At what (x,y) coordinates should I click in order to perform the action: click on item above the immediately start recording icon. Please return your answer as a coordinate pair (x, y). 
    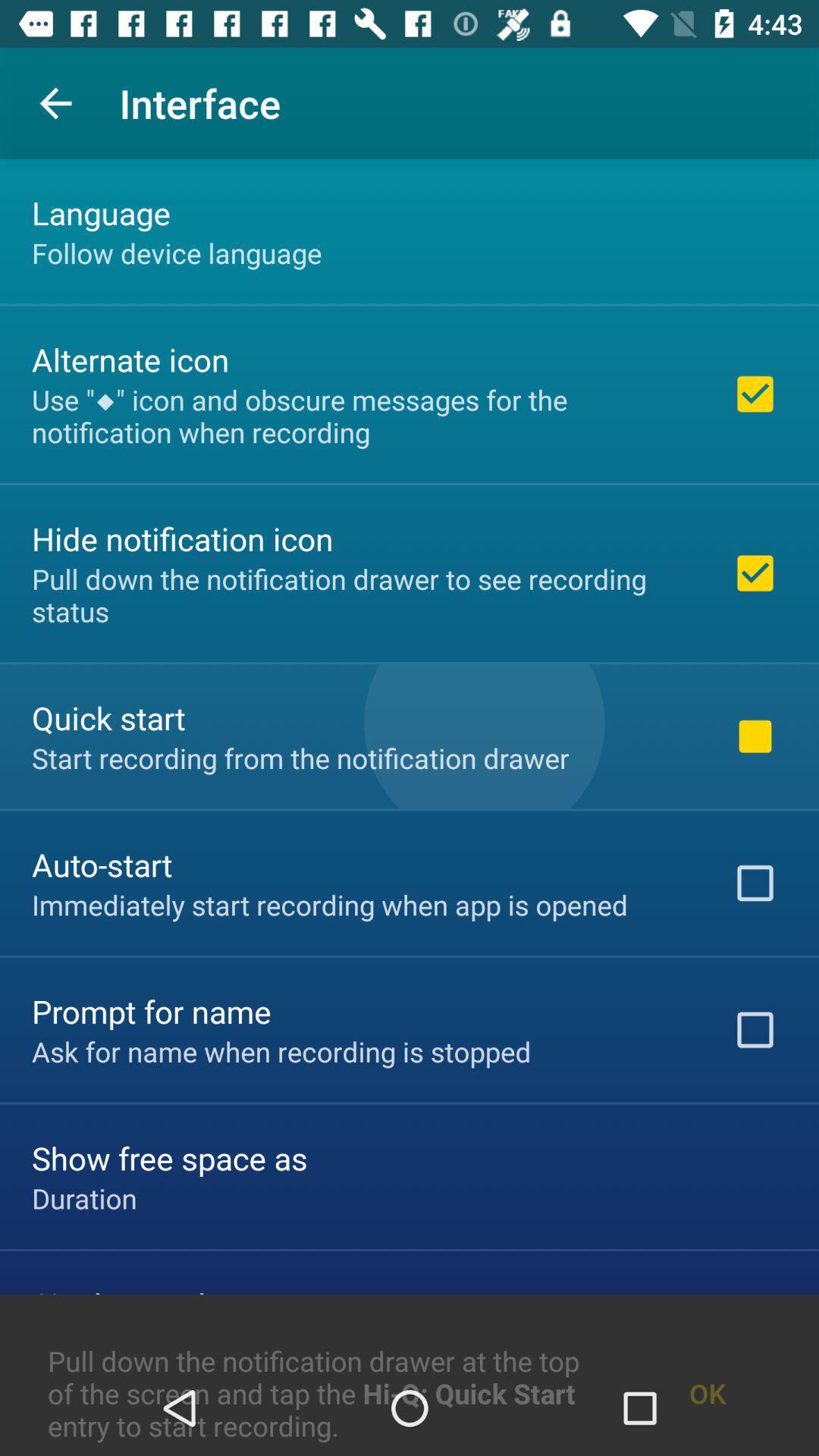
    Looking at the image, I should click on (102, 864).